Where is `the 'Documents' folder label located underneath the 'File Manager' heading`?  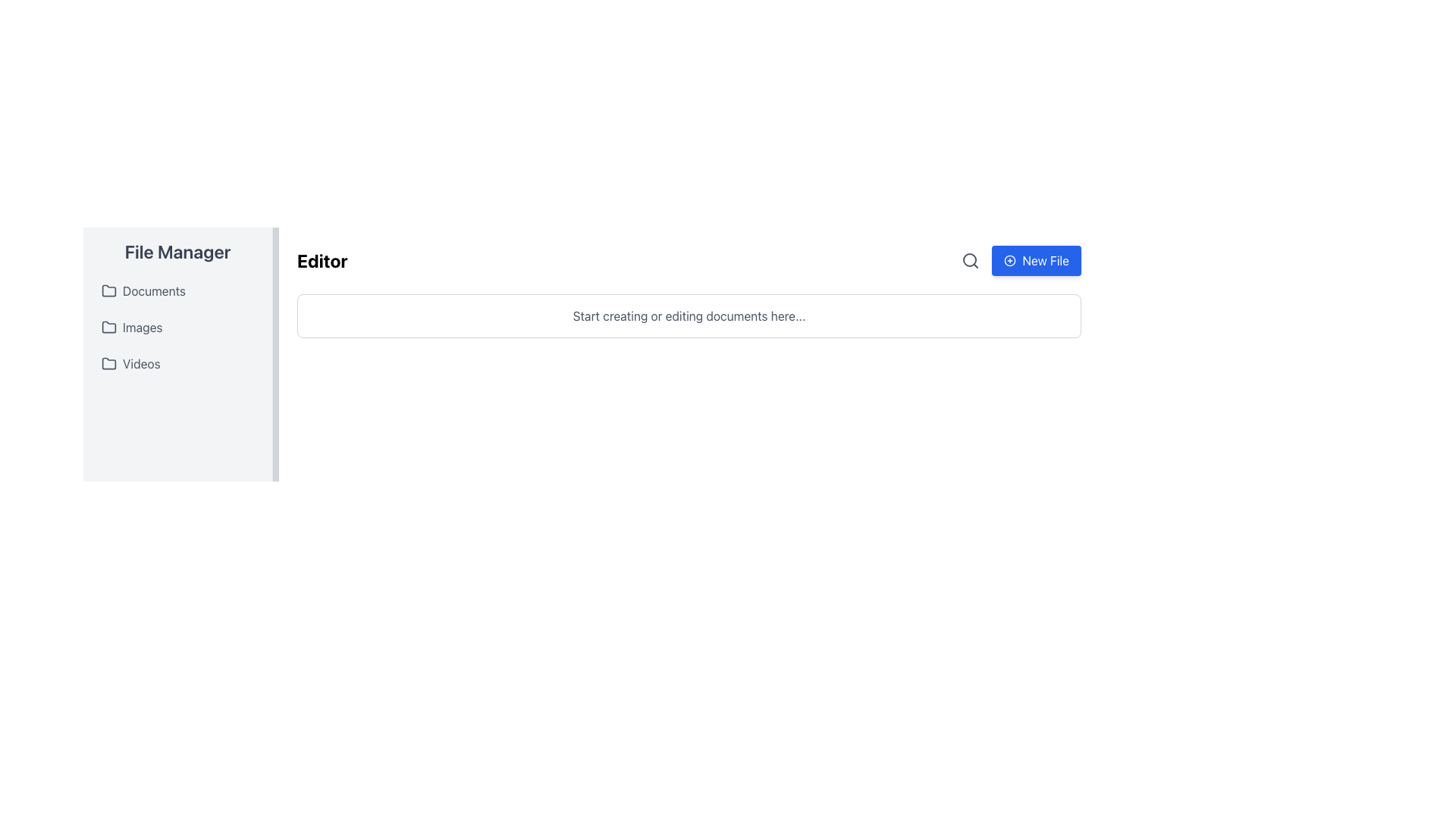 the 'Documents' folder label located underneath the 'File Manager' heading is located at coordinates (154, 291).